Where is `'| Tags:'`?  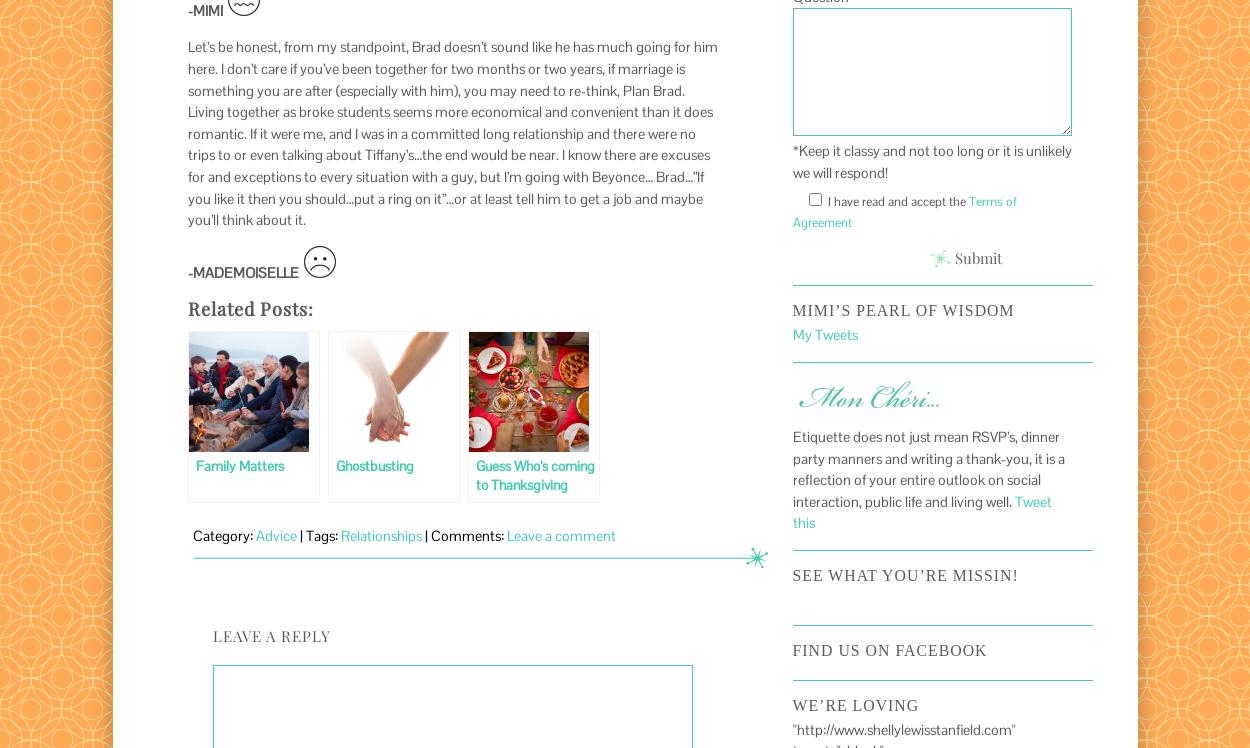 '| Tags:' is located at coordinates (317, 535).